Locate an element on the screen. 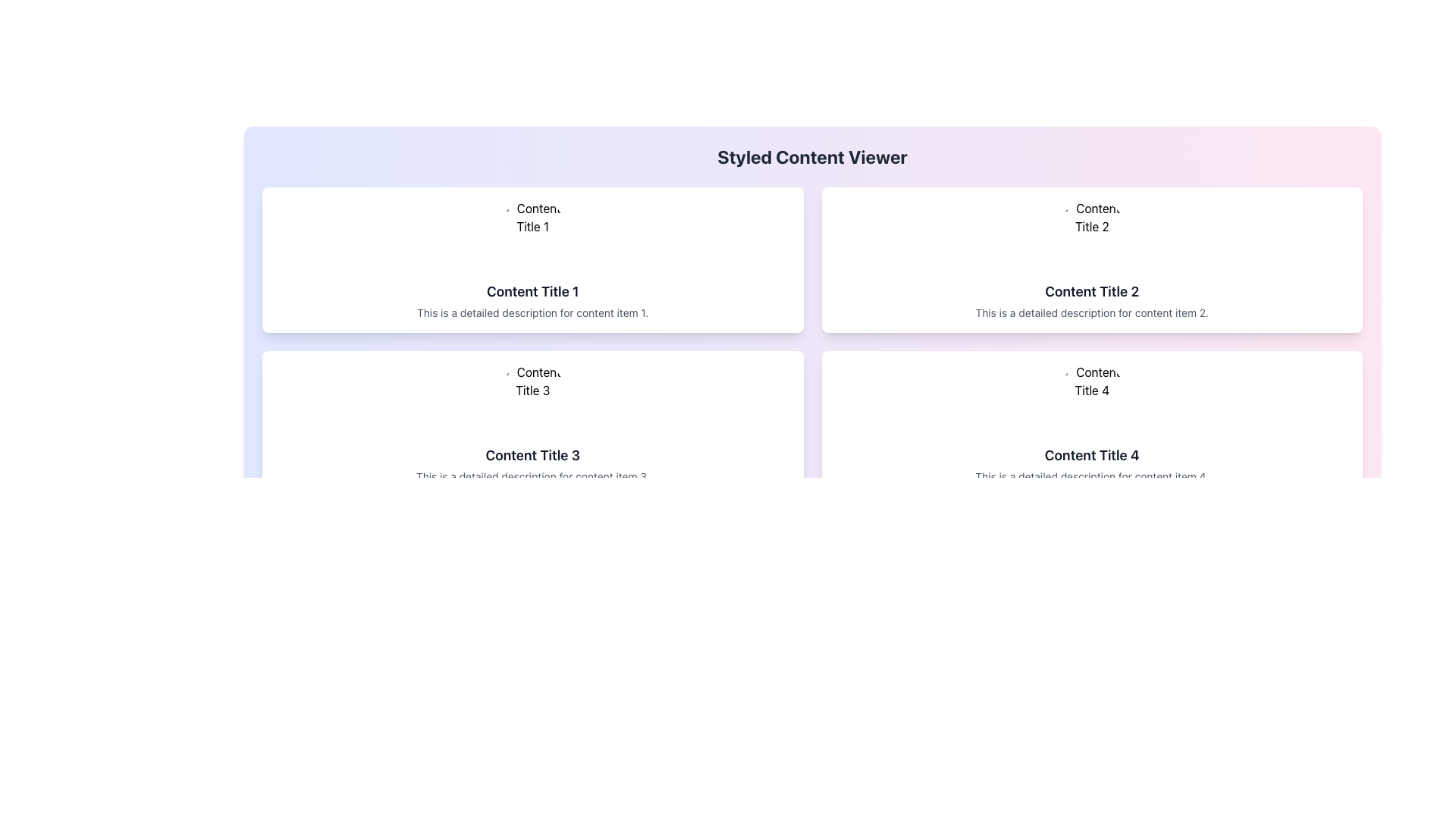  the descriptive text element located below 'Content Title 2' in the second content card is located at coordinates (1092, 312).